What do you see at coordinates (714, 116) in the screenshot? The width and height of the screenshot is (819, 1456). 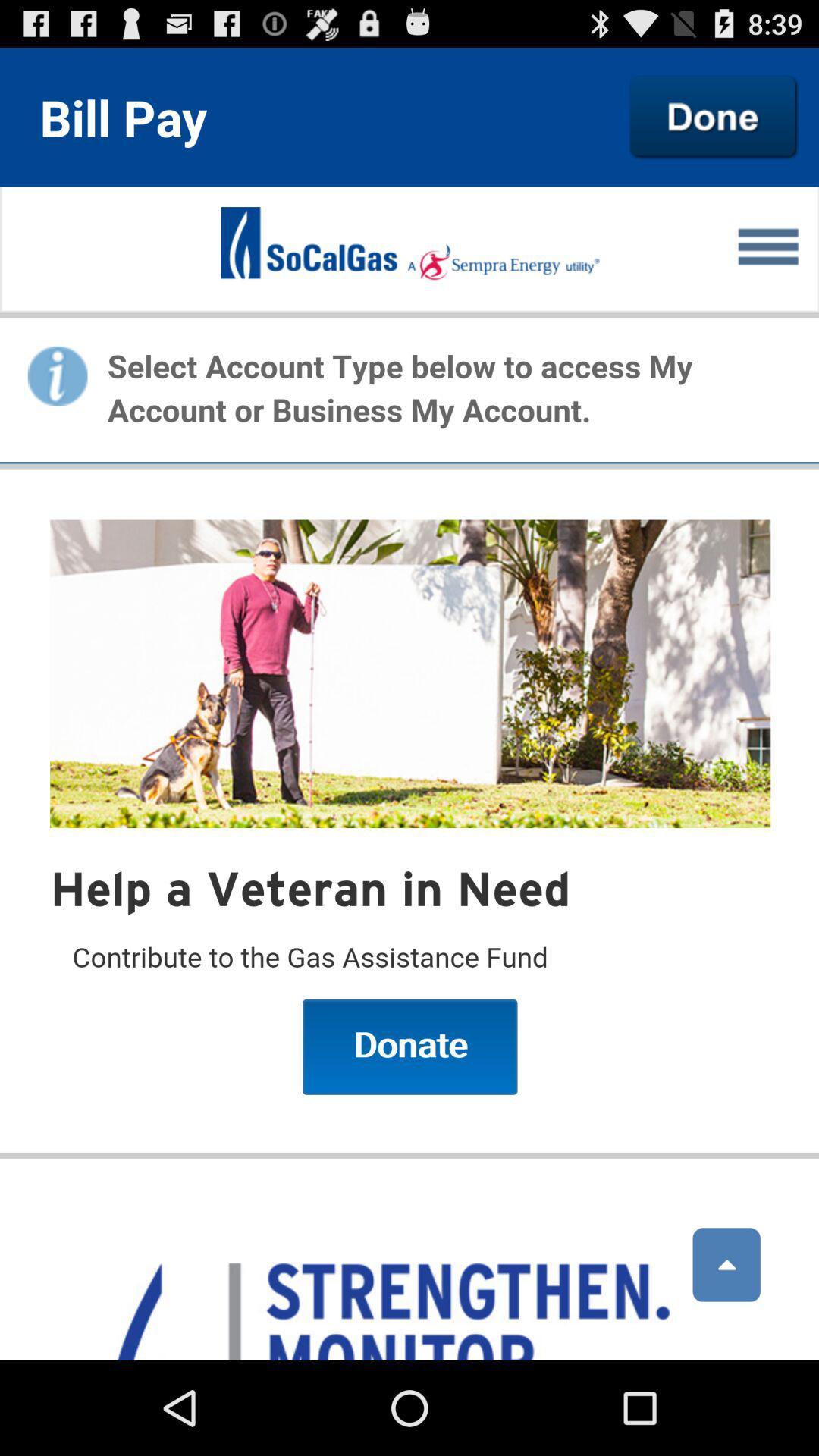 I see `finish the task` at bounding box center [714, 116].